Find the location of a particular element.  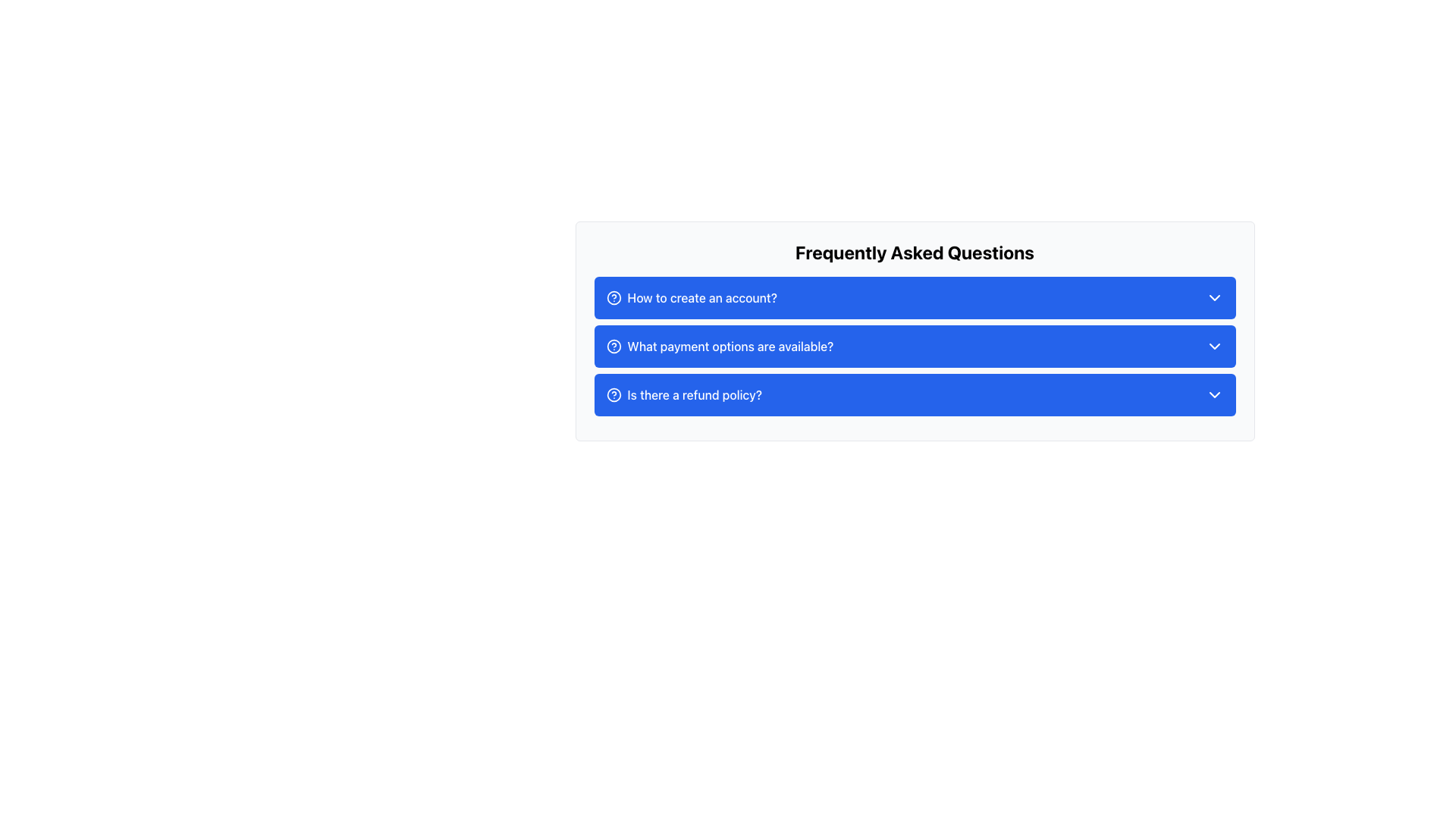

the Interactive FAQ label, which is the third item in the FAQ list is located at coordinates (683, 394).